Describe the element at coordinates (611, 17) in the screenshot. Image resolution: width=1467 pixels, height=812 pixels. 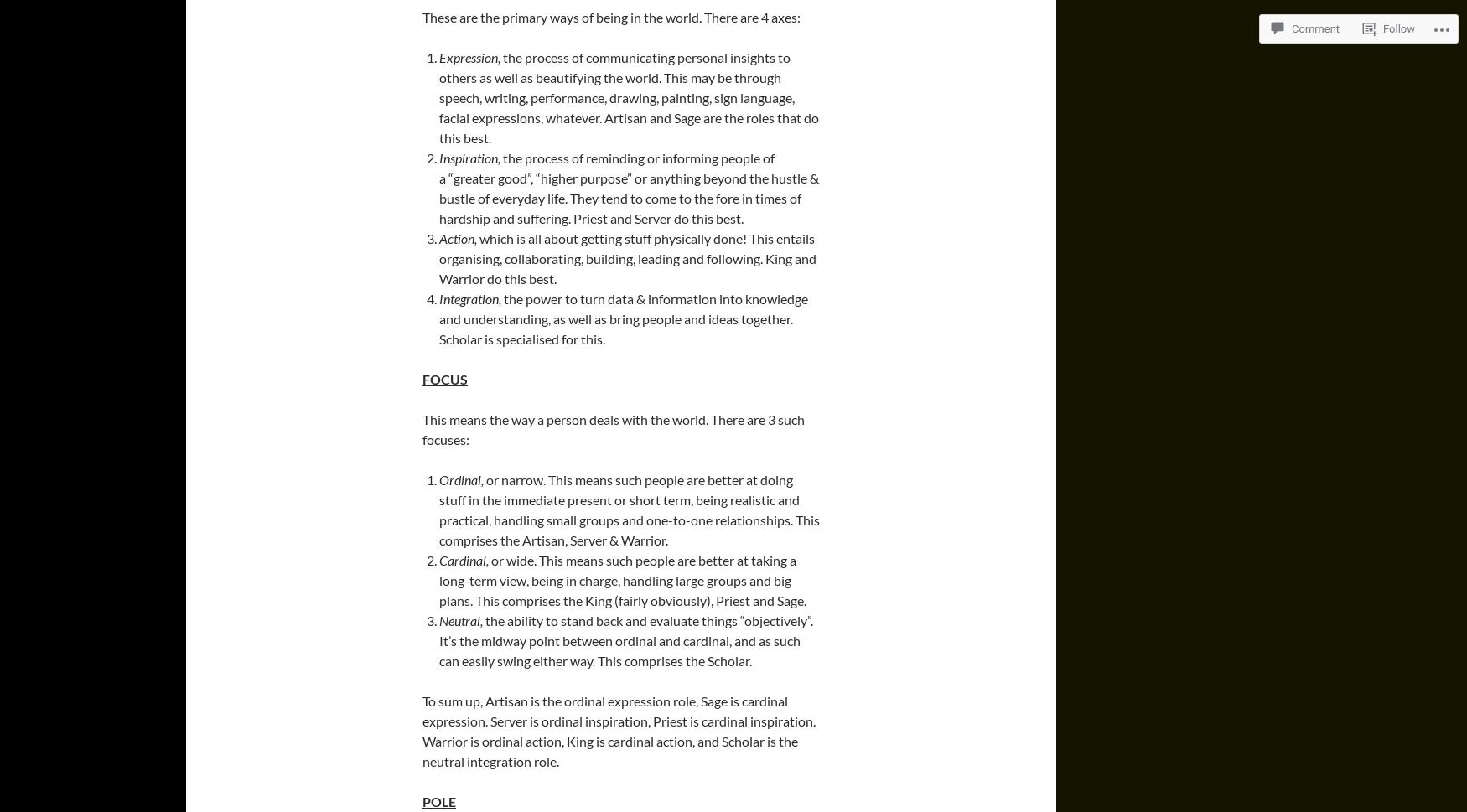
I see `'These are the primary ways of being in the world. There are 4 axes:'` at that location.